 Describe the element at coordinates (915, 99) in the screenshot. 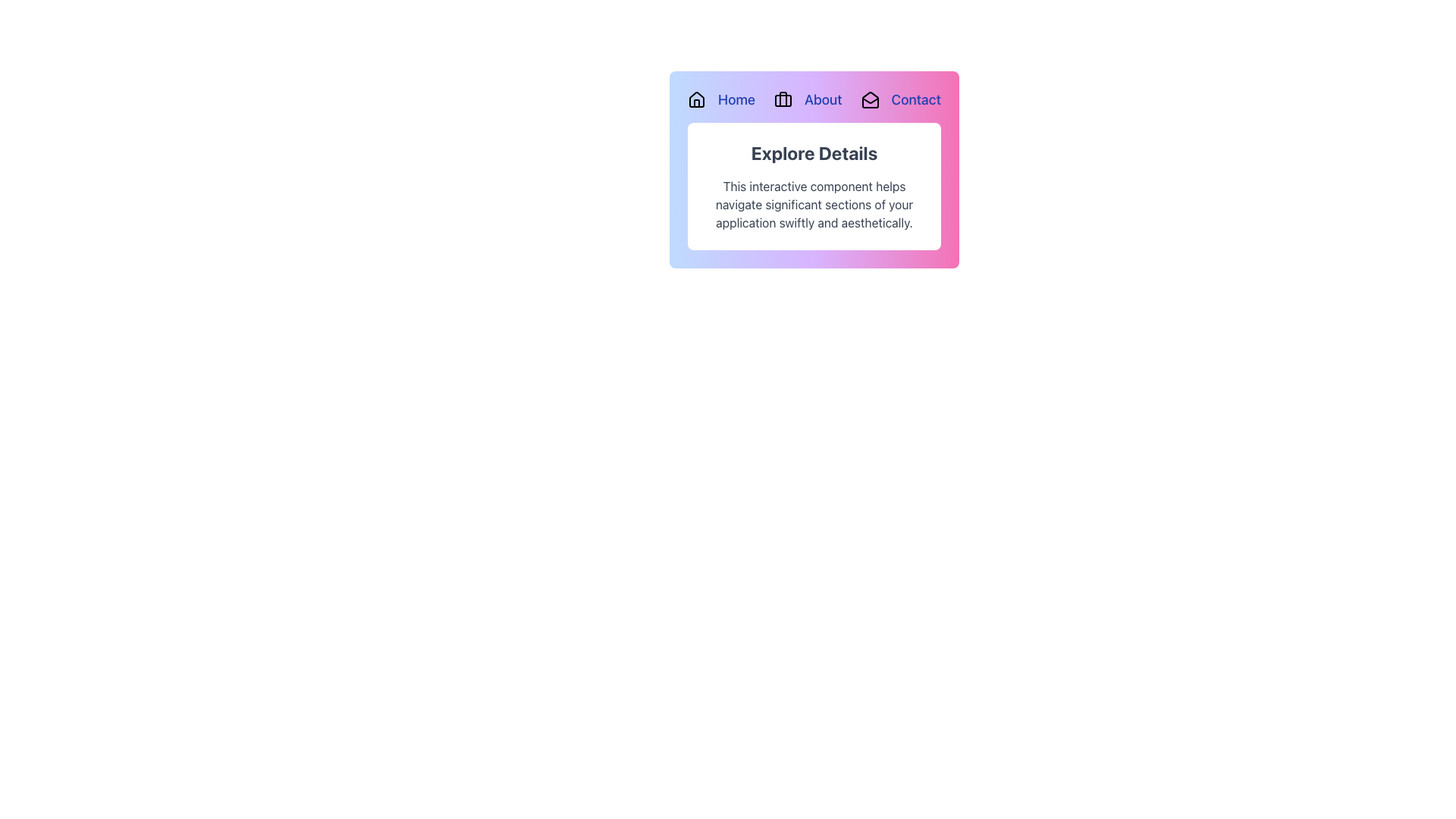

I see `the 'Contact' hyperlink button, which is the last item in the navigation menu on the top-right corner` at that location.